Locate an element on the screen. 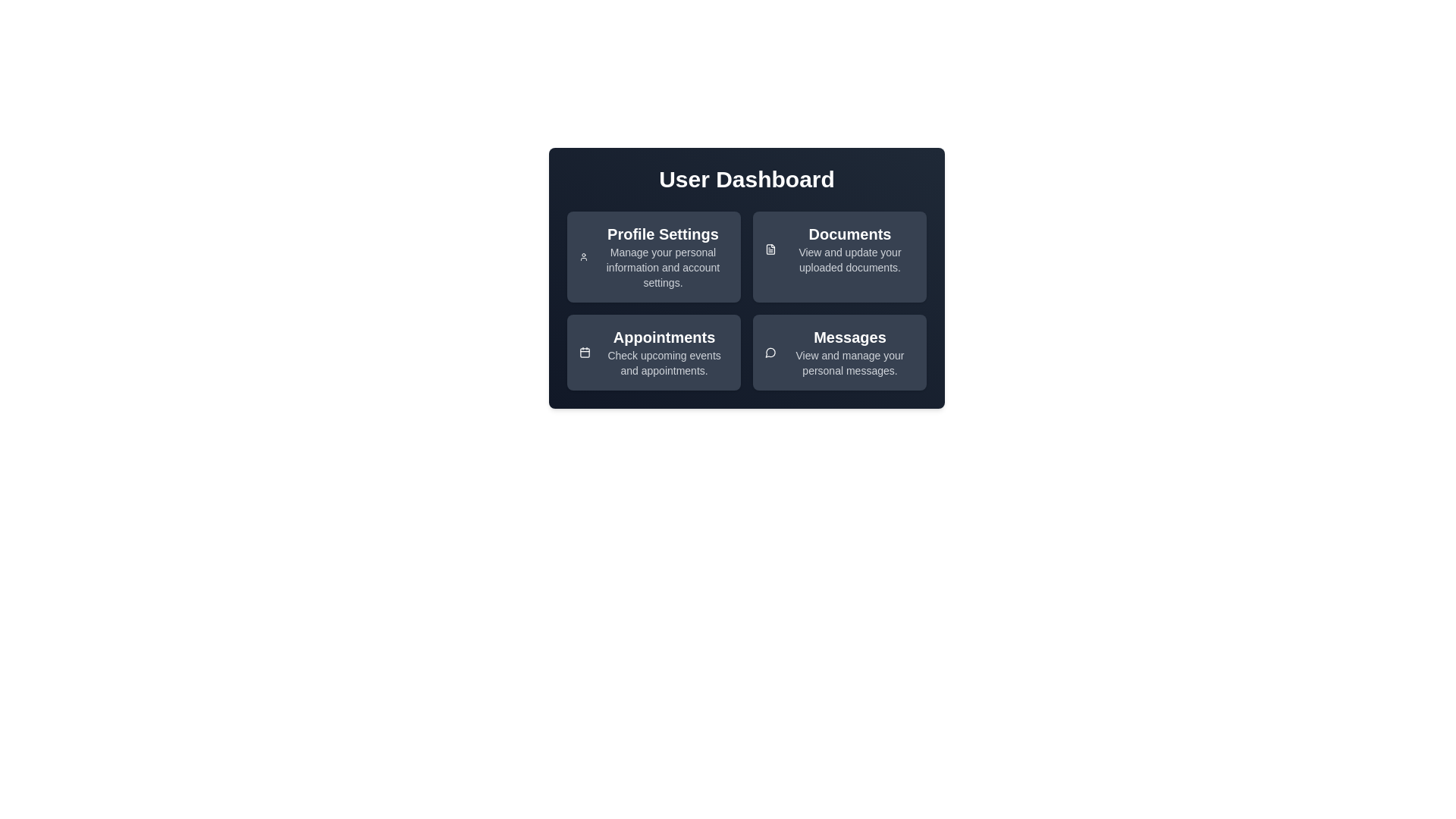 The width and height of the screenshot is (1456, 819). the 'User Dashboard' heading for accessibility testing is located at coordinates (746, 178).